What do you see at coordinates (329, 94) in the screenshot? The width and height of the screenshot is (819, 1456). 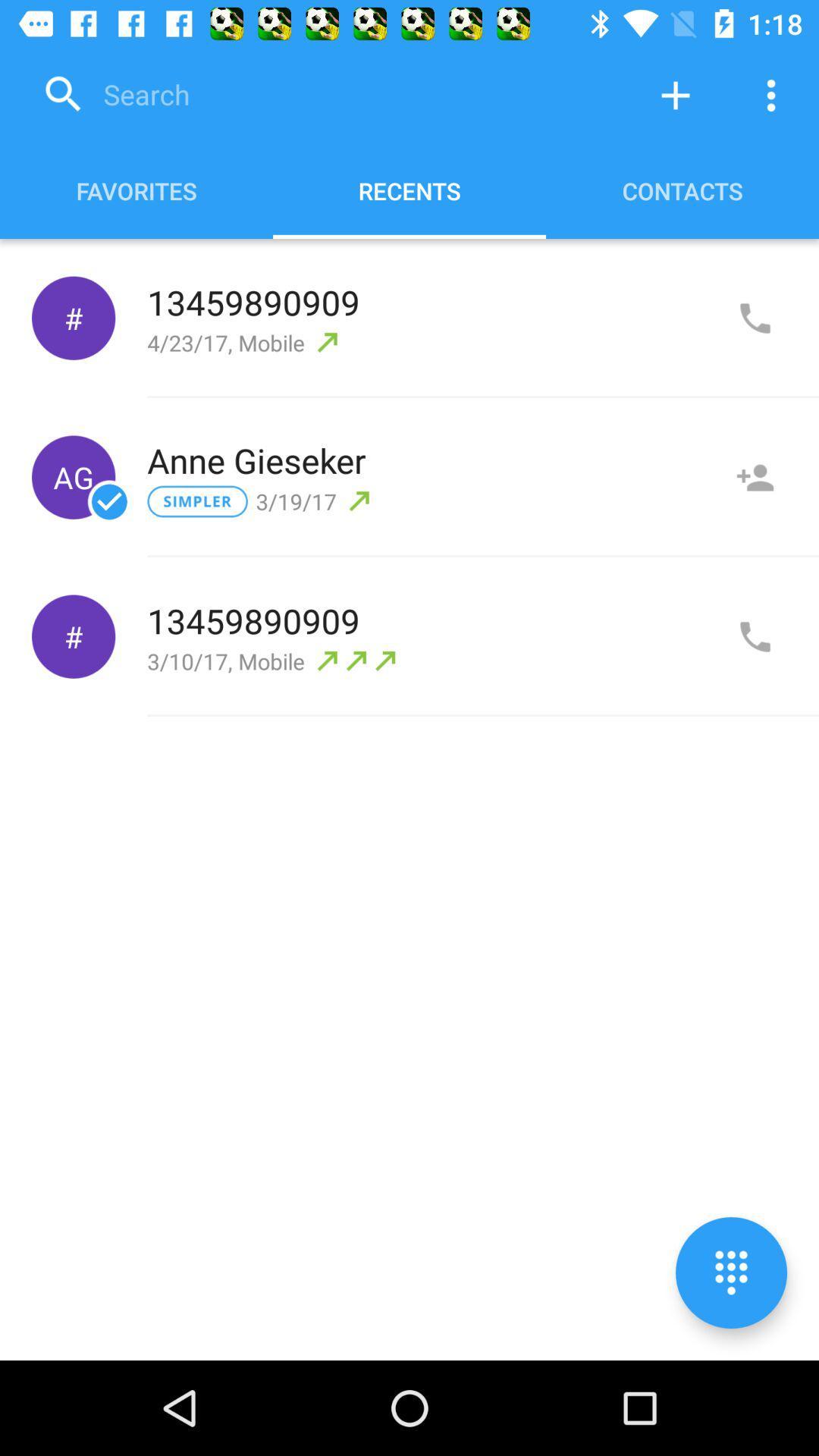 I see `search query` at bounding box center [329, 94].